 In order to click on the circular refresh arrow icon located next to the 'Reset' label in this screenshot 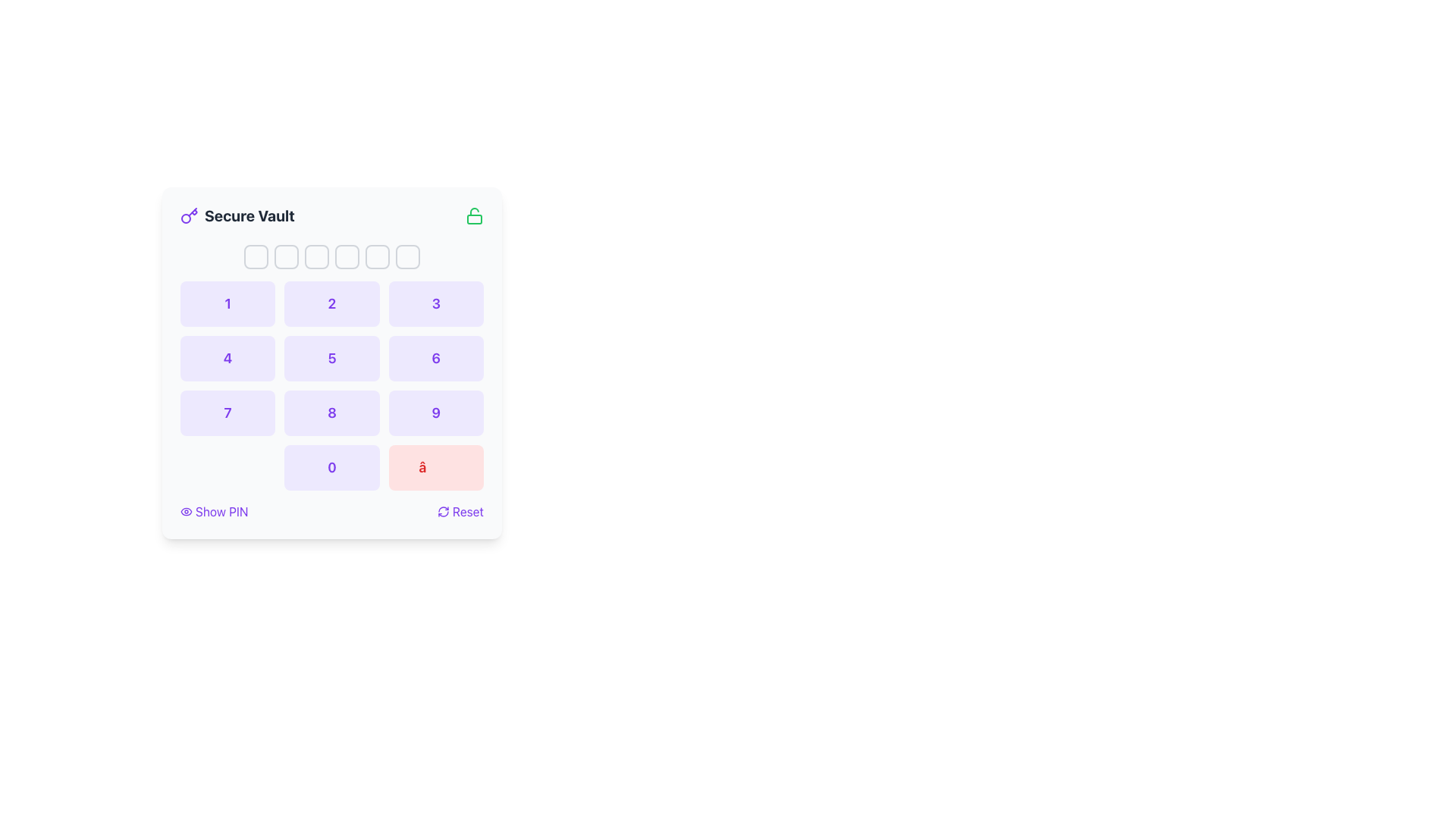, I will do `click(442, 512)`.